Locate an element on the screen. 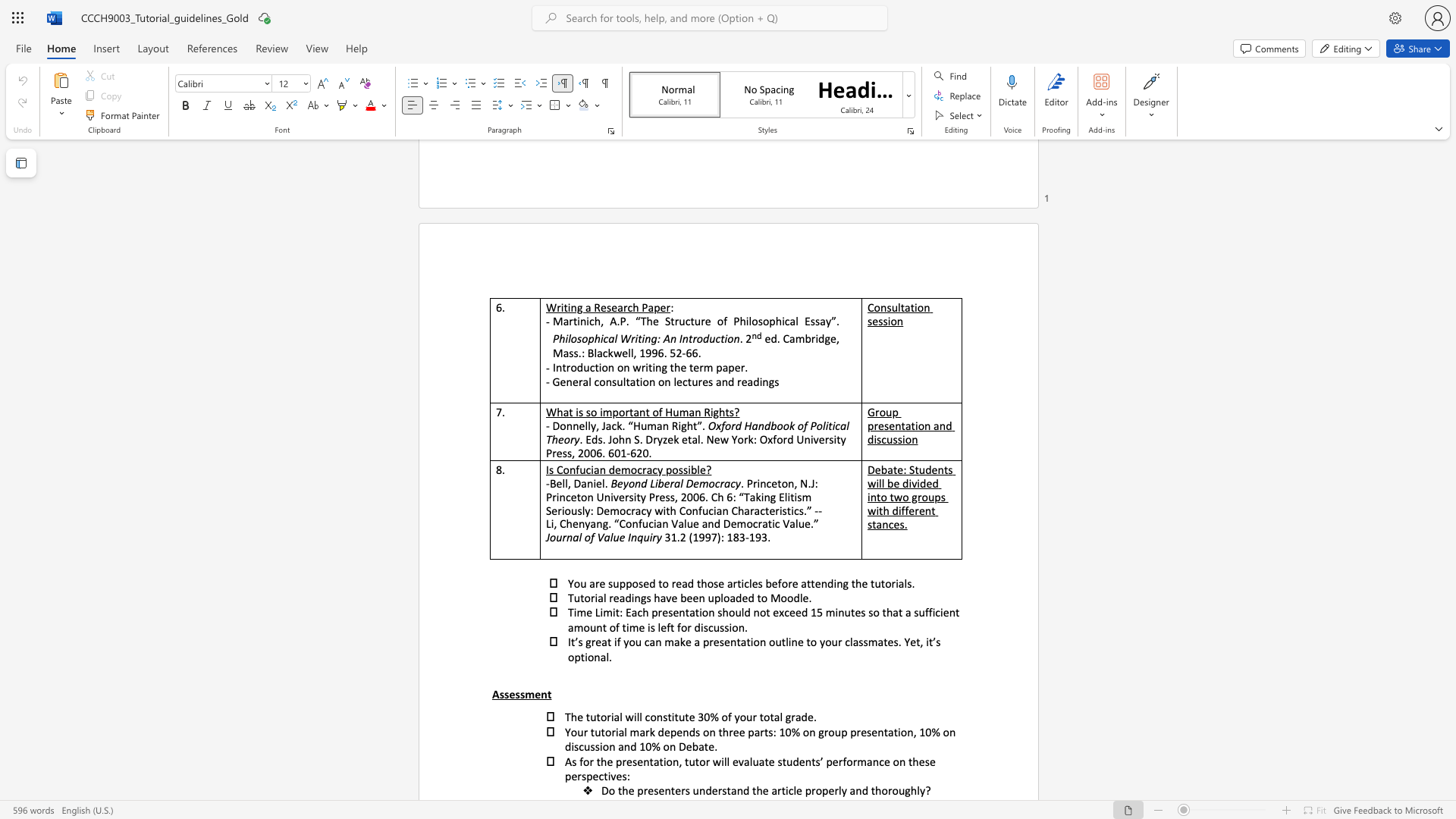 Image resolution: width=1456 pixels, height=819 pixels. the subset text "emocracy possible?" within the text "Is Confucian democracy possible?" is located at coordinates (615, 469).